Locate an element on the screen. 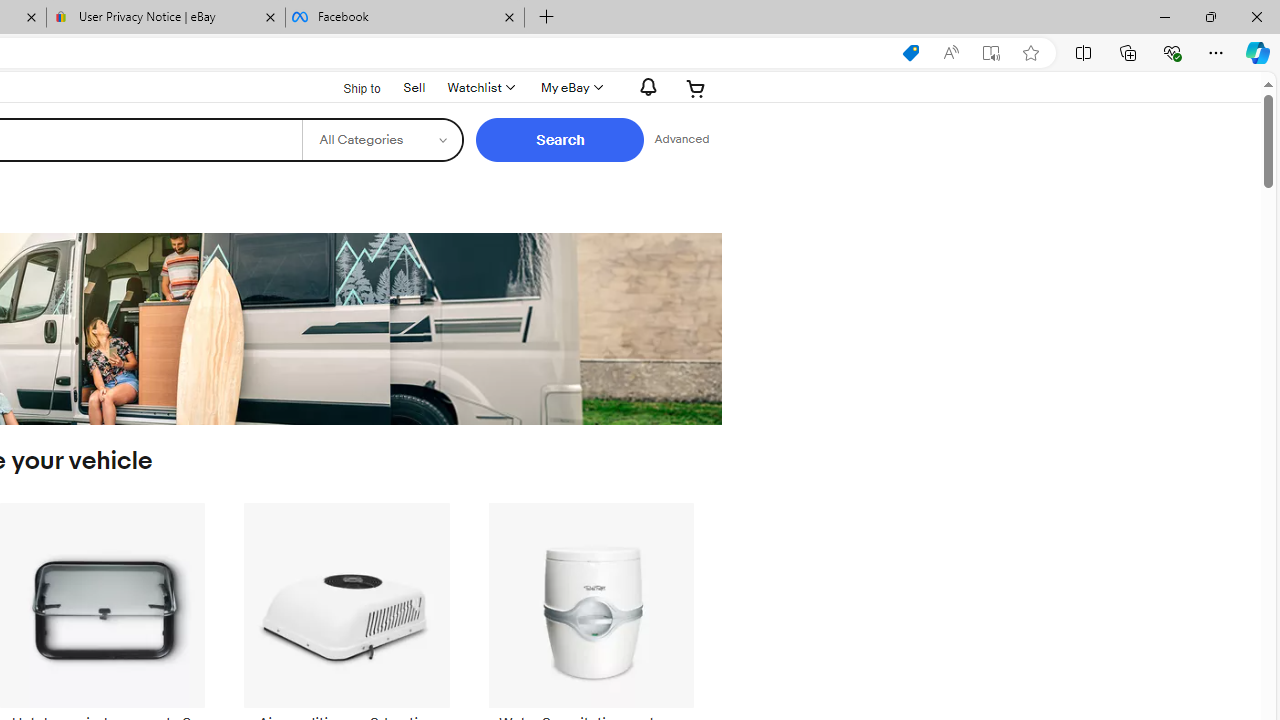 This screenshot has height=720, width=1280. 'My eBay' is located at coordinates (569, 87).